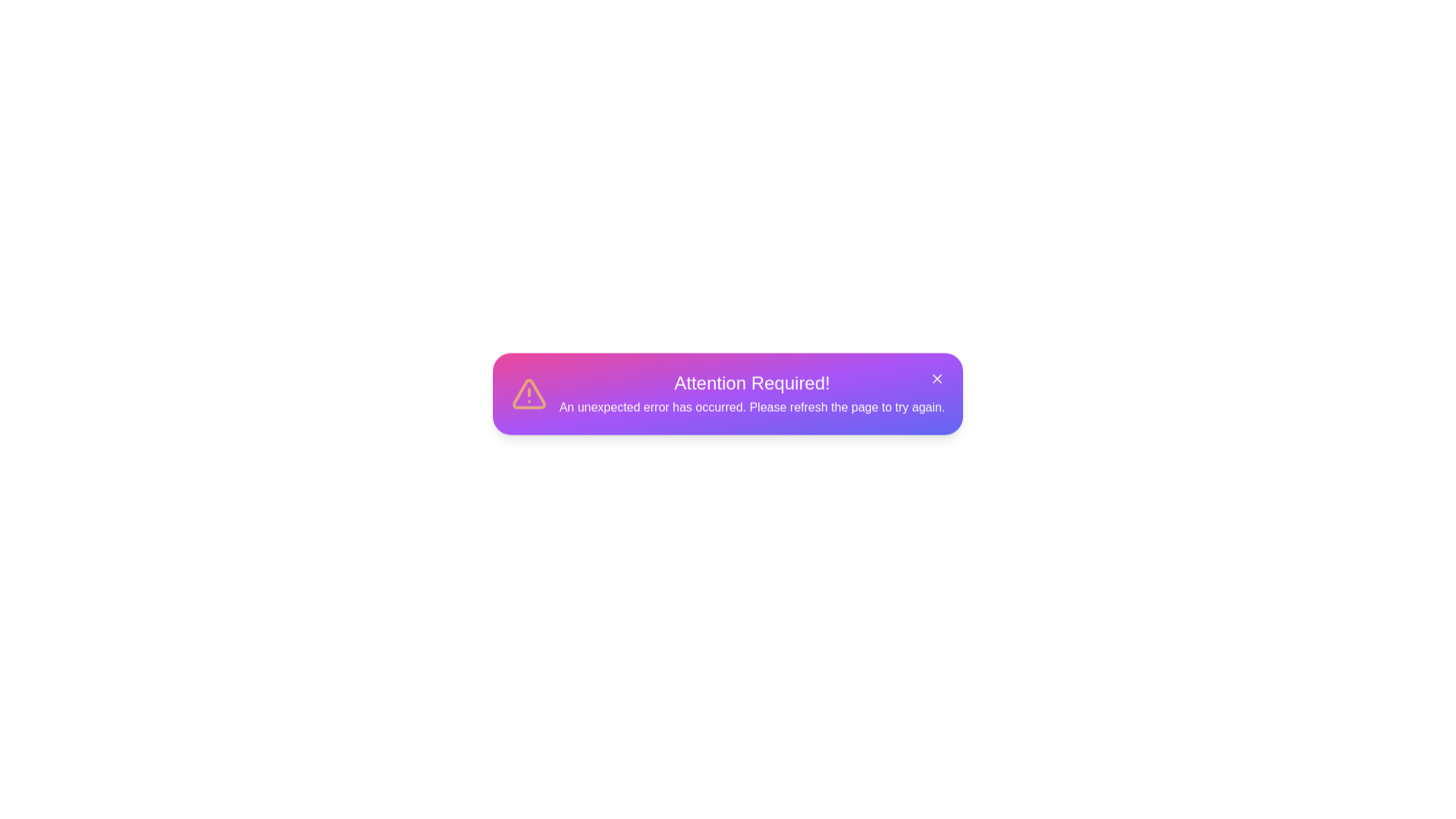 Image resolution: width=1456 pixels, height=819 pixels. I want to click on the close button of the notification popup to dismiss it, so click(937, 385).